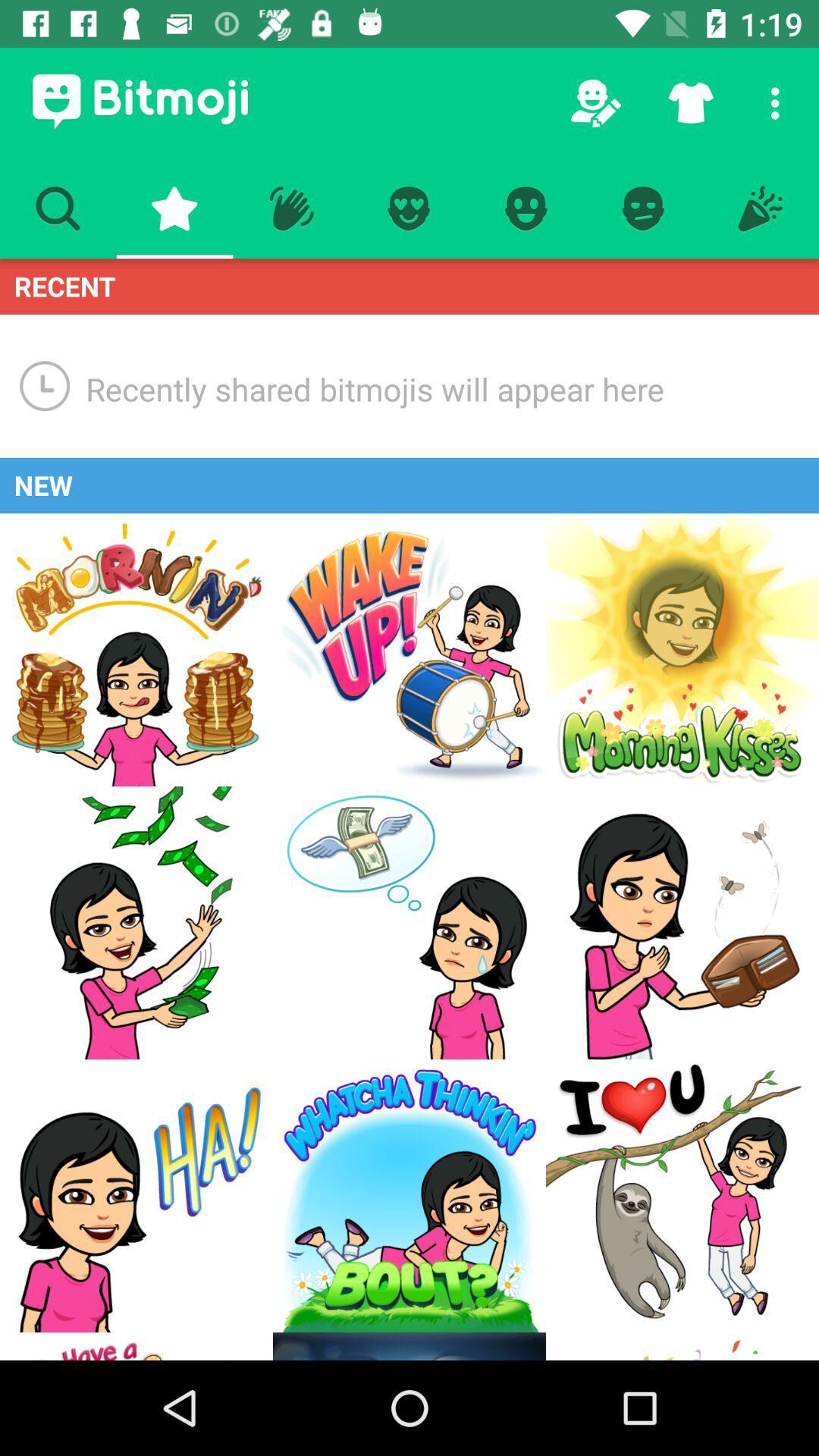 Image resolution: width=819 pixels, height=1456 pixels. Describe the element at coordinates (136, 1195) in the screenshot. I see `send ha emoji` at that location.